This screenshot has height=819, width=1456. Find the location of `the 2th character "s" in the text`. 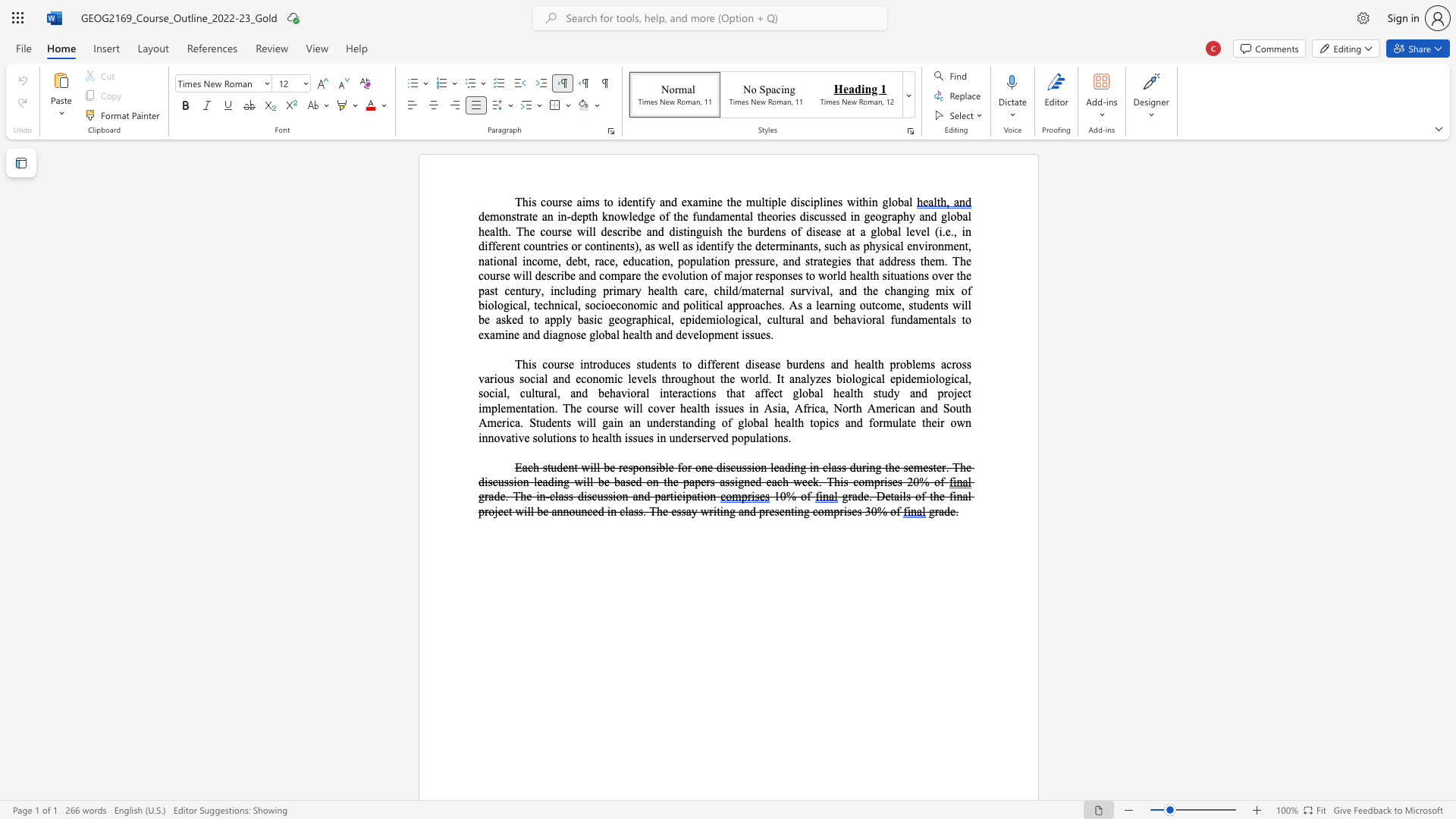

the 2th character "s" in the text is located at coordinates (839, 201).